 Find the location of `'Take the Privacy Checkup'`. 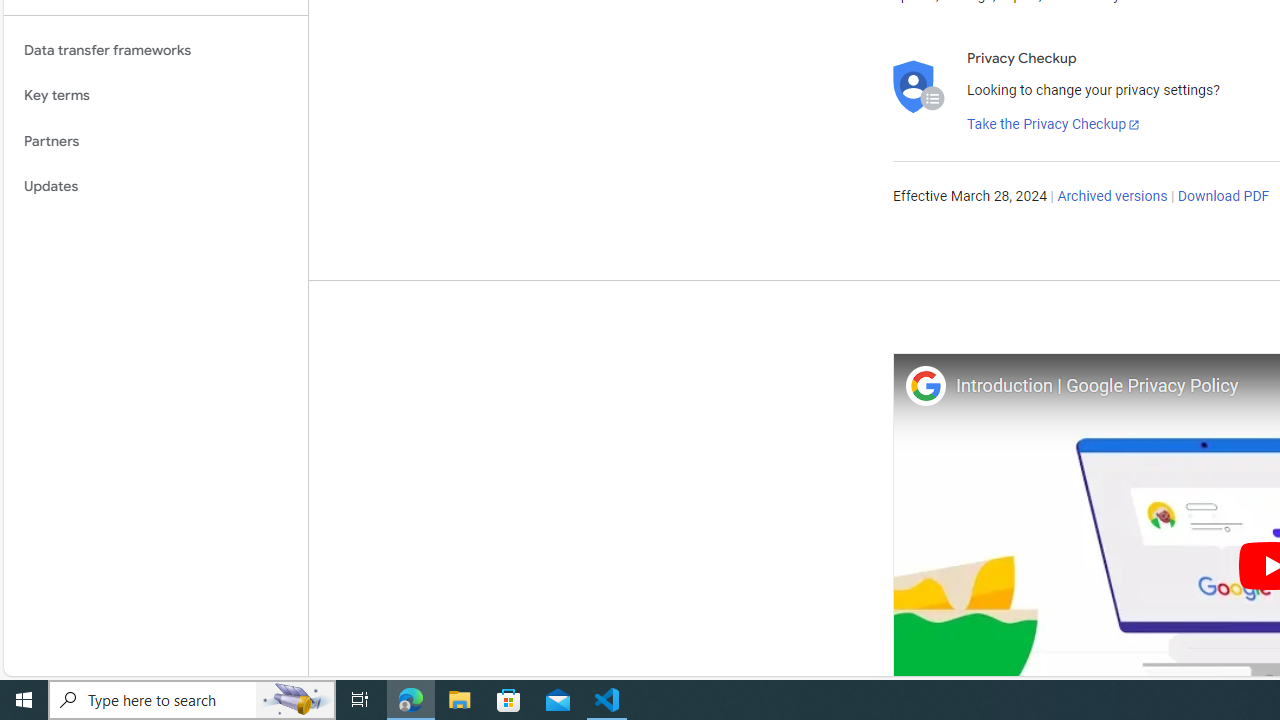

'Take the Privacy Checkup' is located at coordinates (1052, 124).